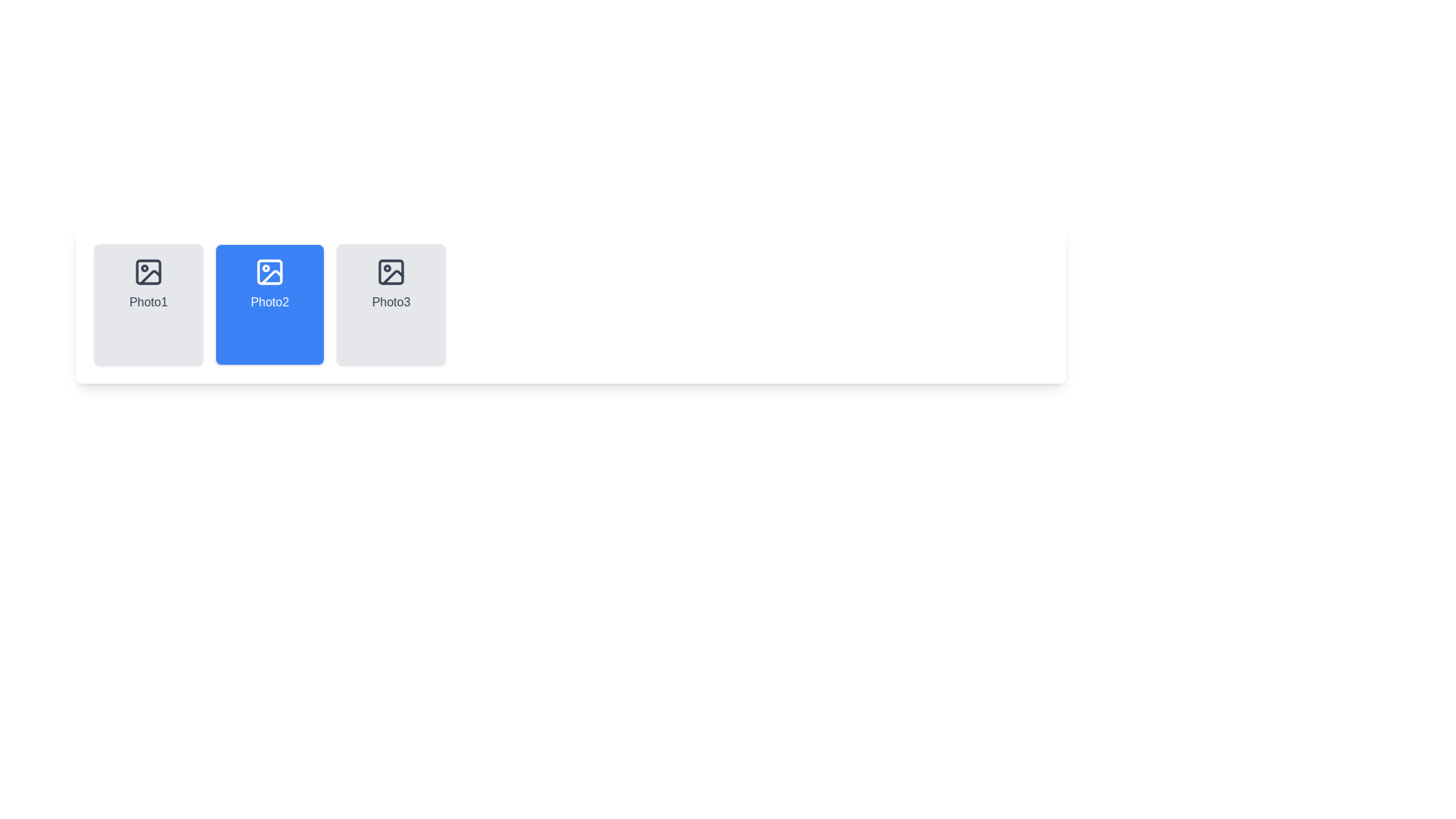  Describe the element at coordinates (269, 304) in the screenshot. I see `the gallery chip labeled 'Photo2' to toggle its selection state` at that location.